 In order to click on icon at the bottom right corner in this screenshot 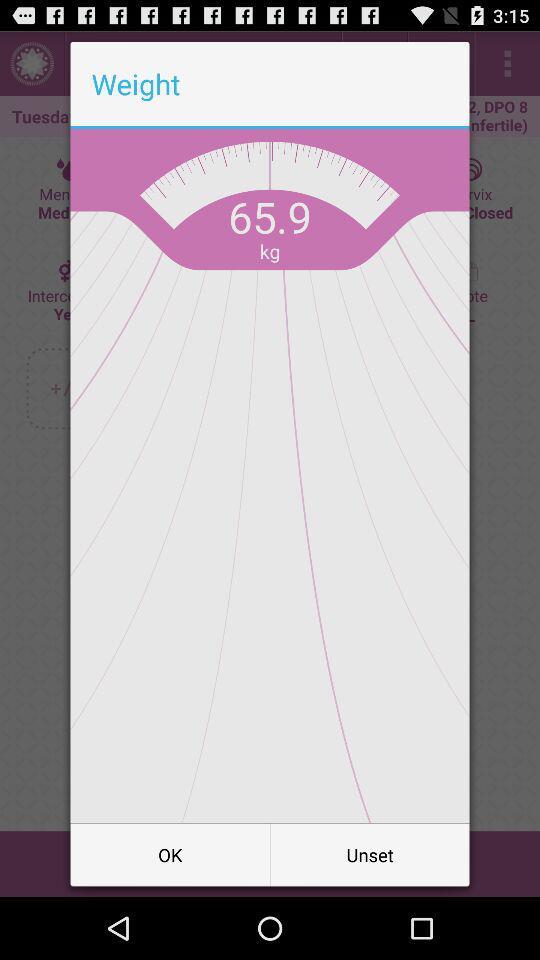, I will do `click(369, 853)`.